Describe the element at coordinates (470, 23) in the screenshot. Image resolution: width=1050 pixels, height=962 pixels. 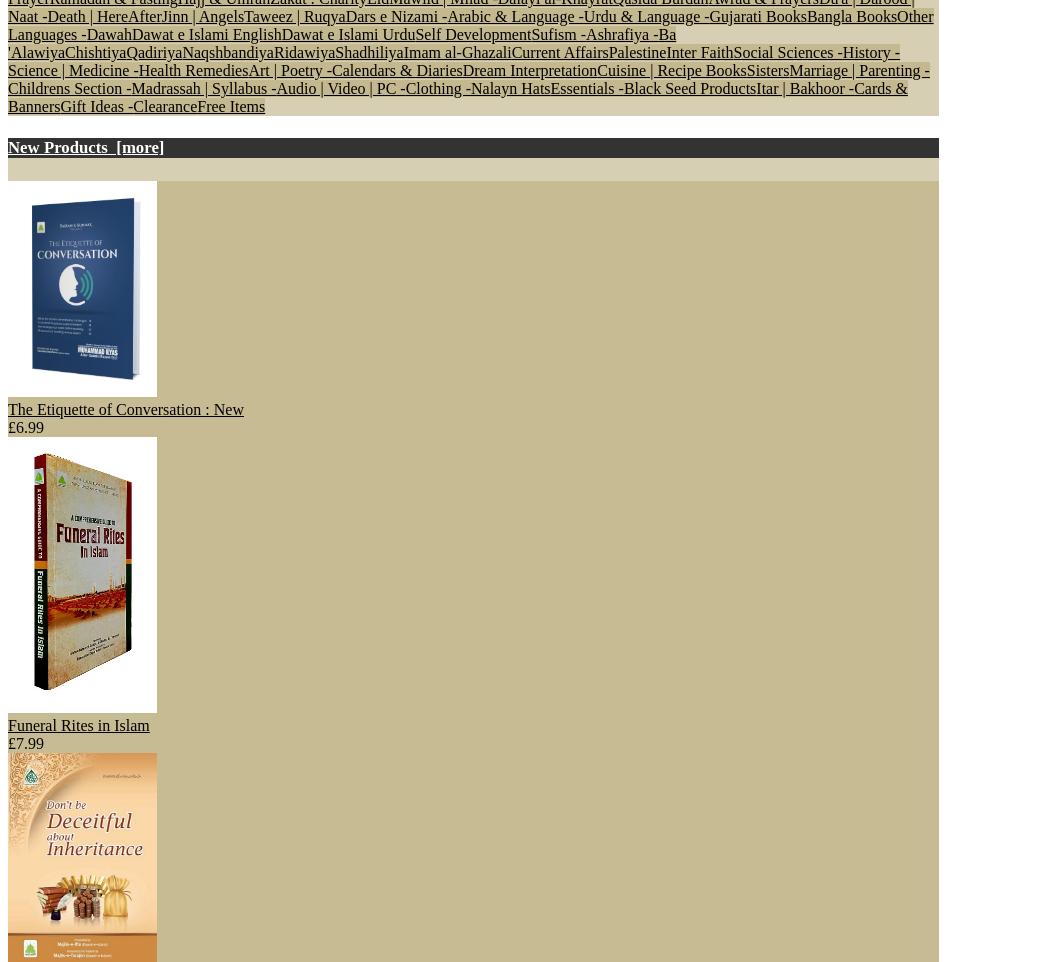
I see `'Other Languages -'` at that location.